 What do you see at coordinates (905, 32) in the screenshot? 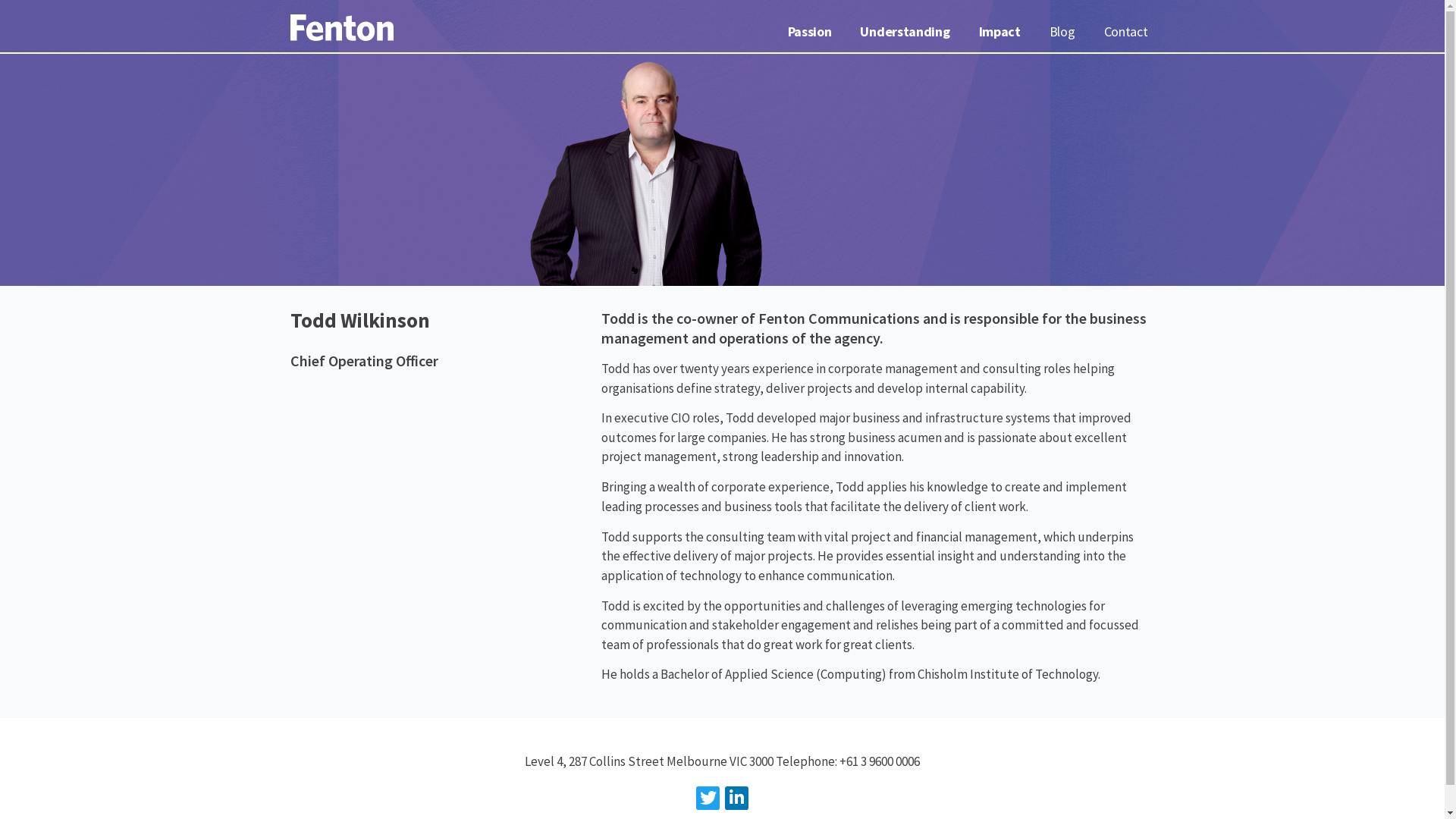
I see `'Understanding'` at bounding box center [905, 32].